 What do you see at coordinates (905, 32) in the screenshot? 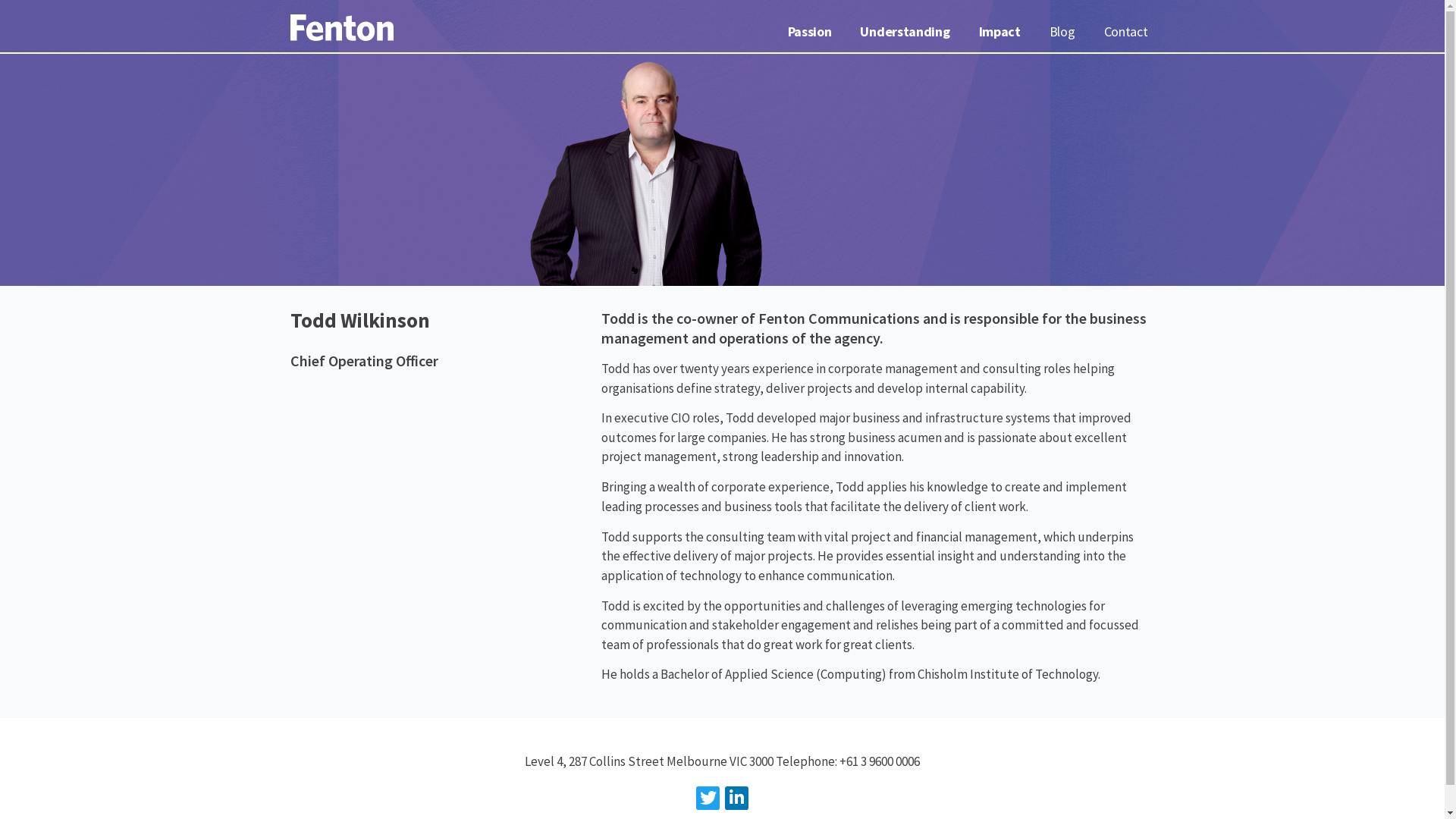
I see `'Understanding'` at bounding box center [905, 32].